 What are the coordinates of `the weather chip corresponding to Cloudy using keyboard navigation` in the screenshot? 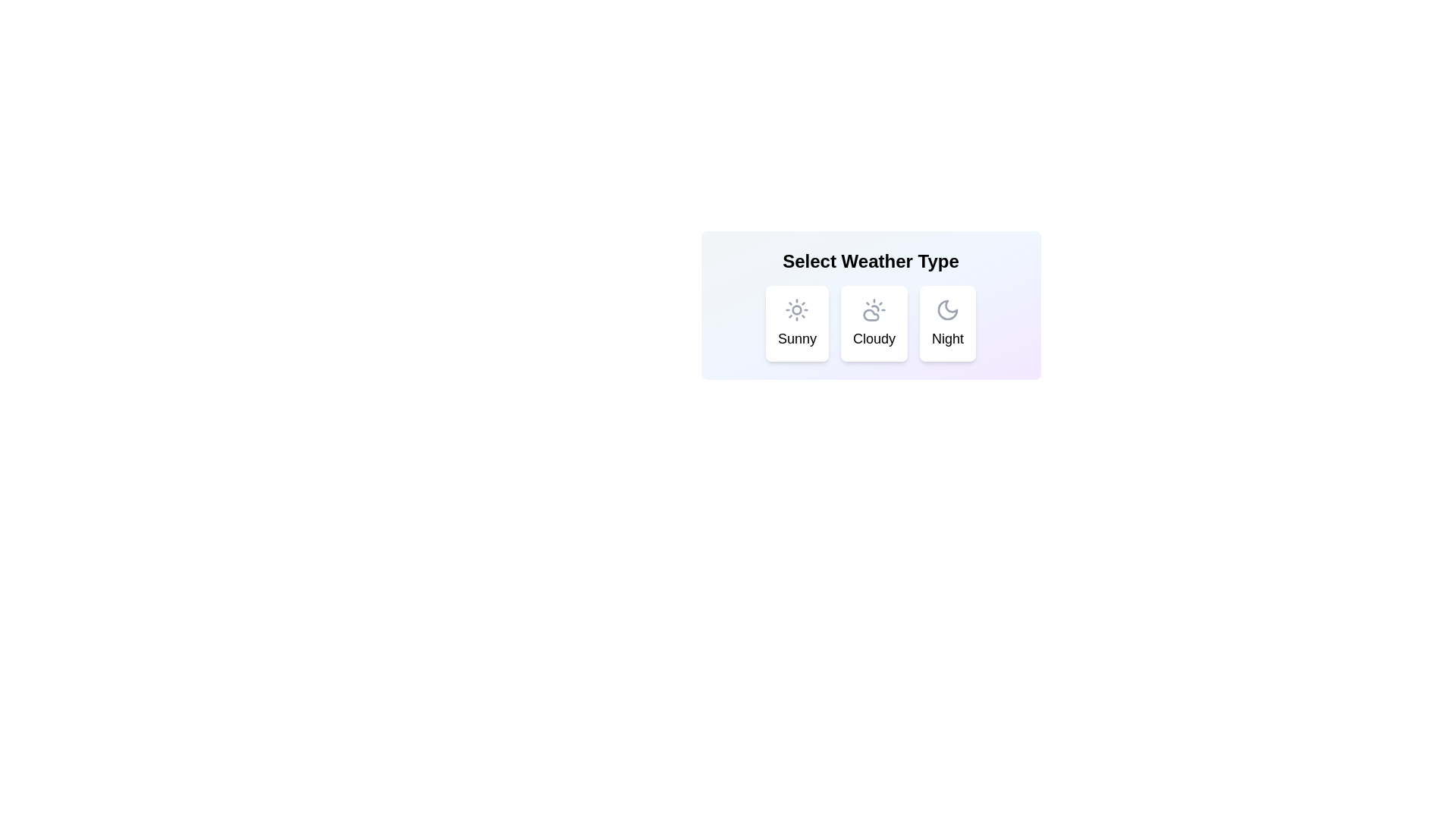 It's located at (874, 323).